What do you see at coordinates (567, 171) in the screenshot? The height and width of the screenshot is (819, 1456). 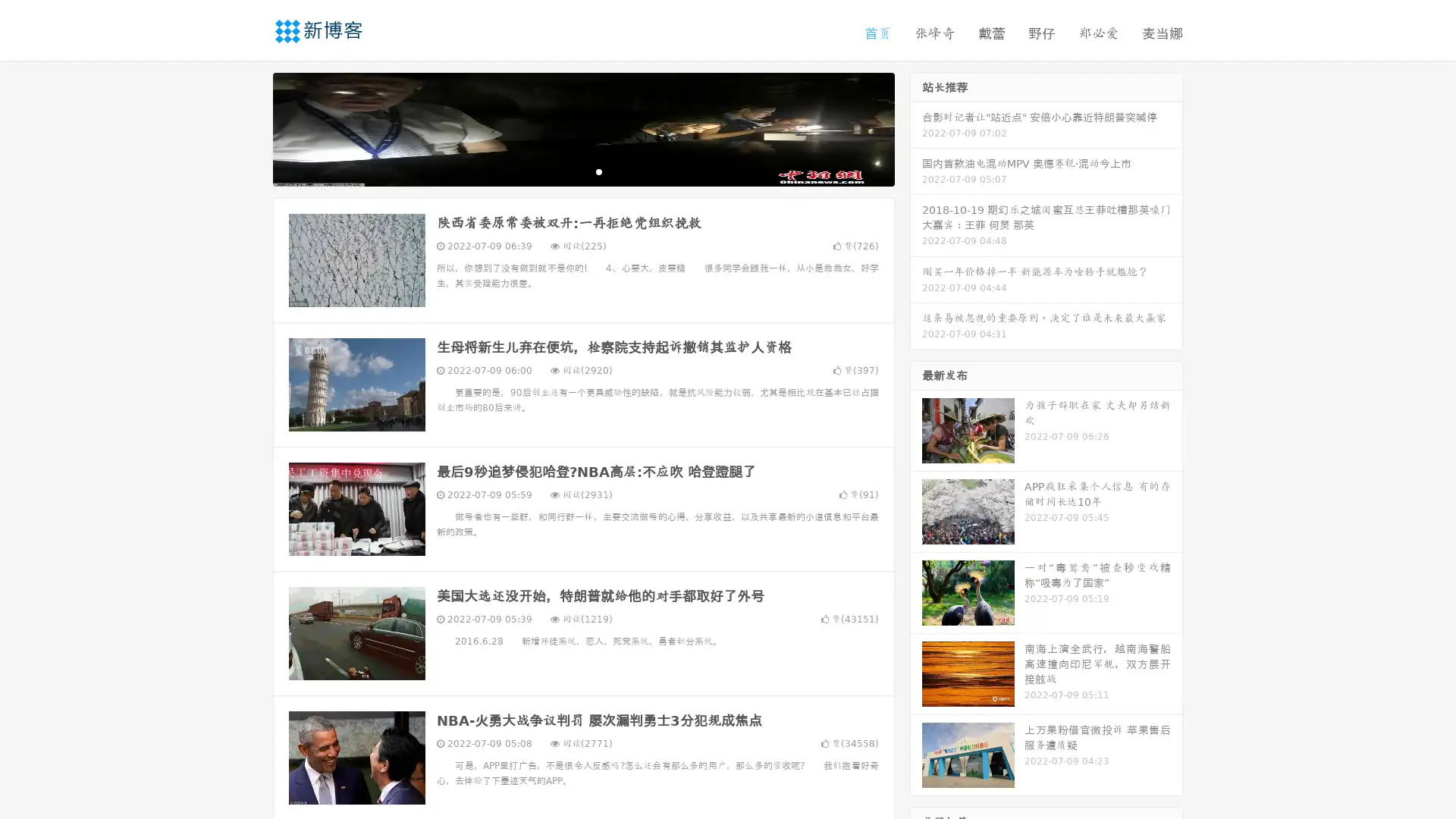 I see `Go to slide 1` at bounding box center [567, 171].